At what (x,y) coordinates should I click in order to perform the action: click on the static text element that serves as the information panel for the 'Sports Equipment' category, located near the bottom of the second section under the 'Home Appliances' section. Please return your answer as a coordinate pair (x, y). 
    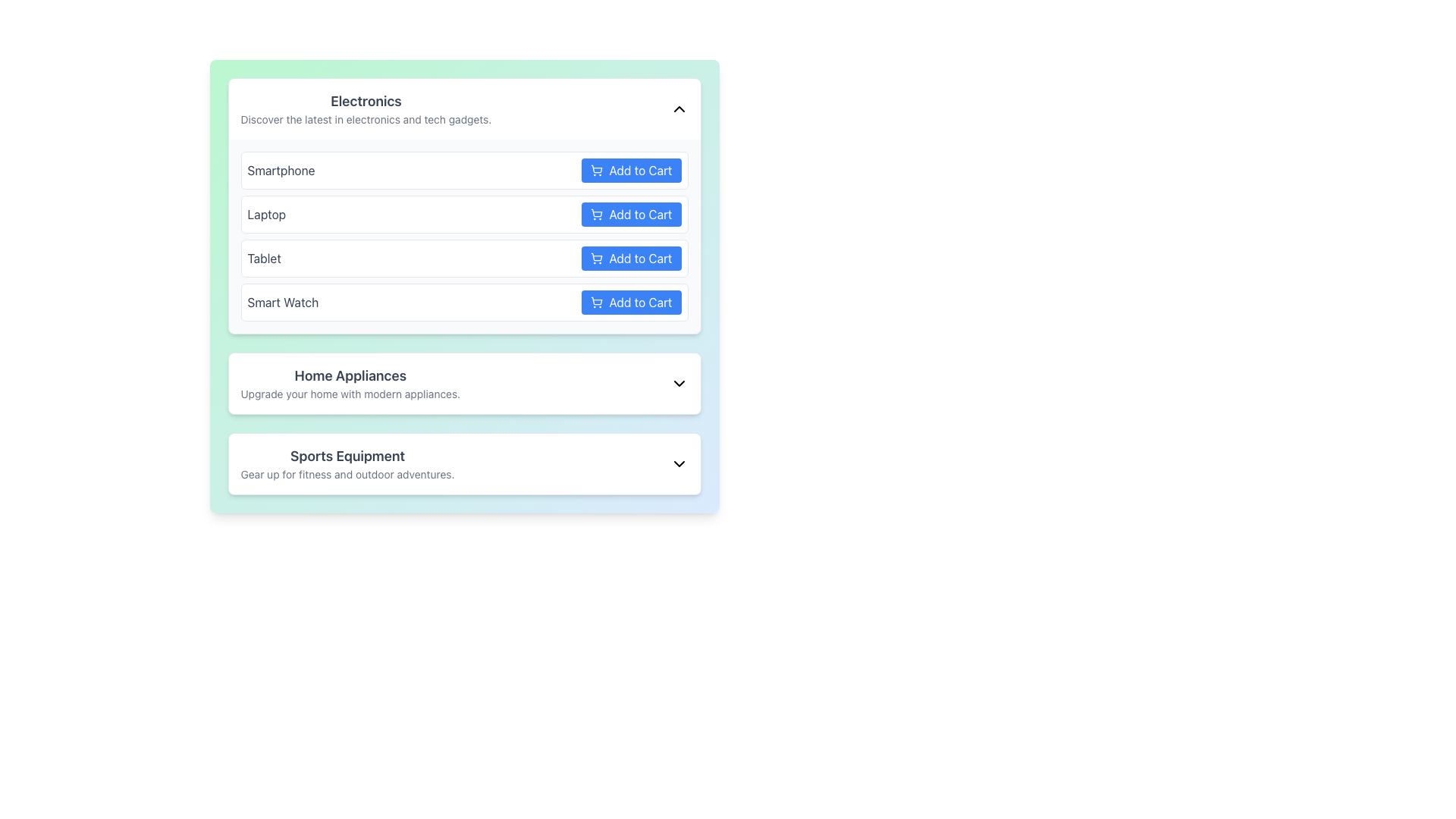
    Looking at the image, I should click on (347, 463).